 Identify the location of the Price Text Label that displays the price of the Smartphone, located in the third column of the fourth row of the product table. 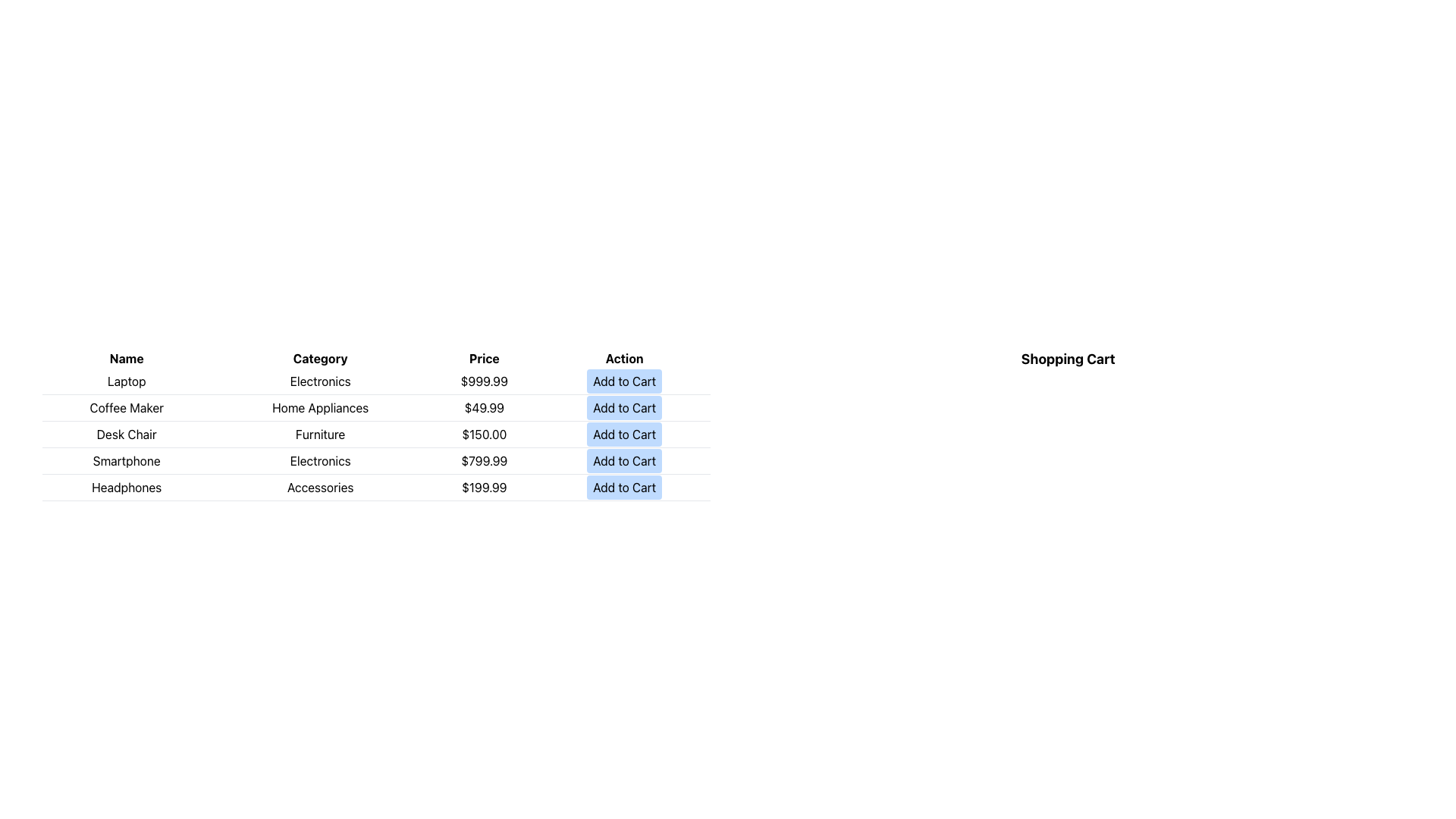
(483, 460).